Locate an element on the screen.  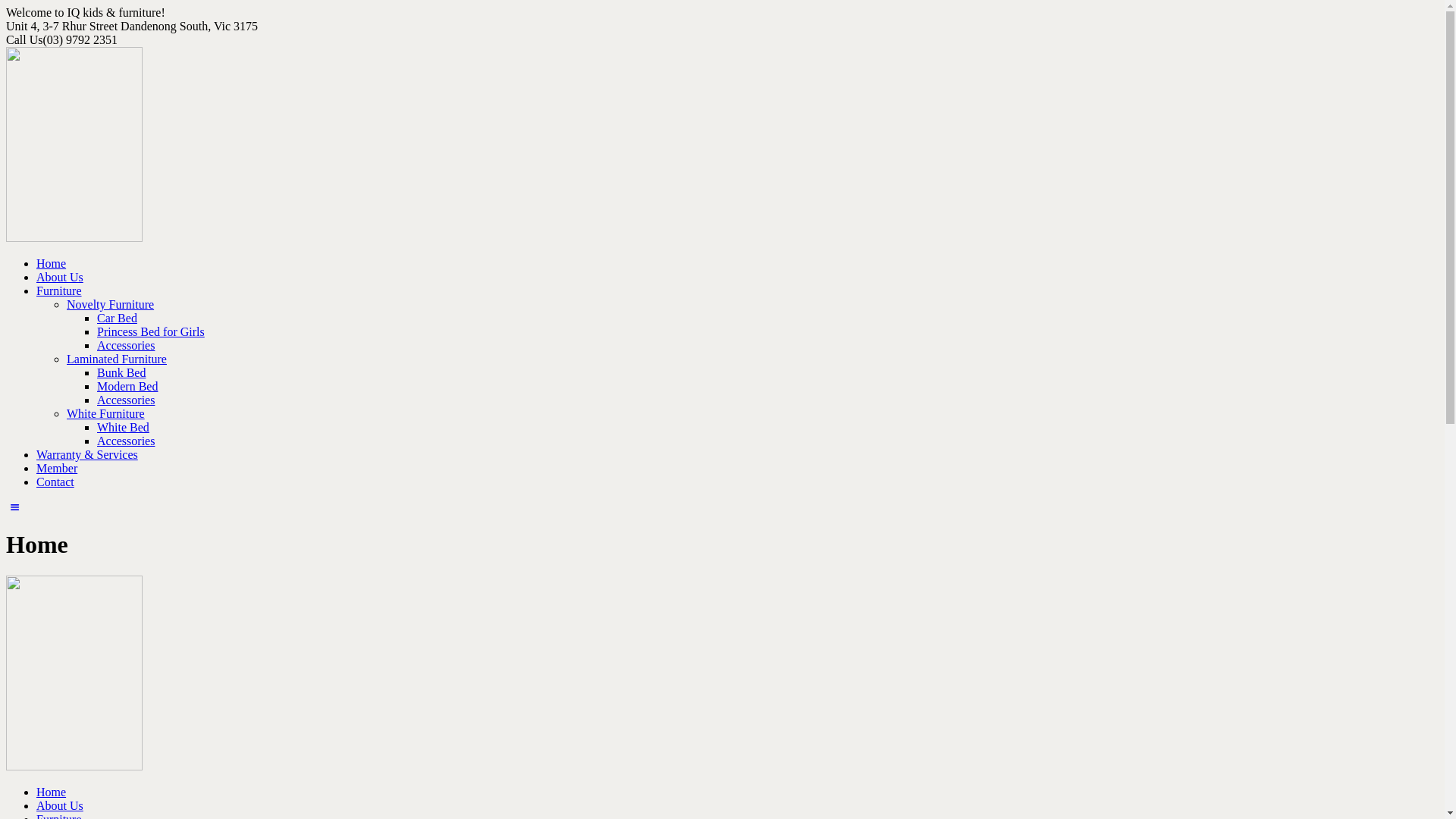
'About Us' is located at coordinates (59, 805).